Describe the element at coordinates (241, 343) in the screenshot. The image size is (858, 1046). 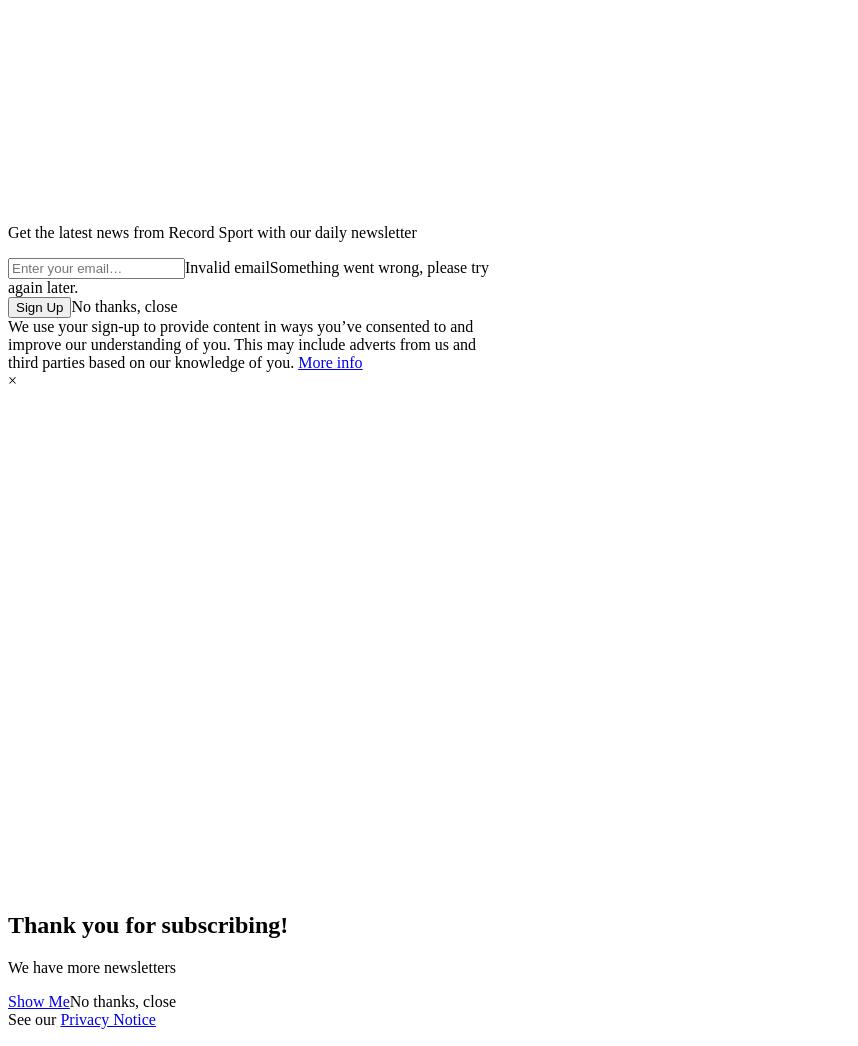
I see `'We use your sign-up to provide content in ways you’ve consented to and improve our understanding of you. This may include adverts from us and third parties based on our knowledge of you.'` at that location.